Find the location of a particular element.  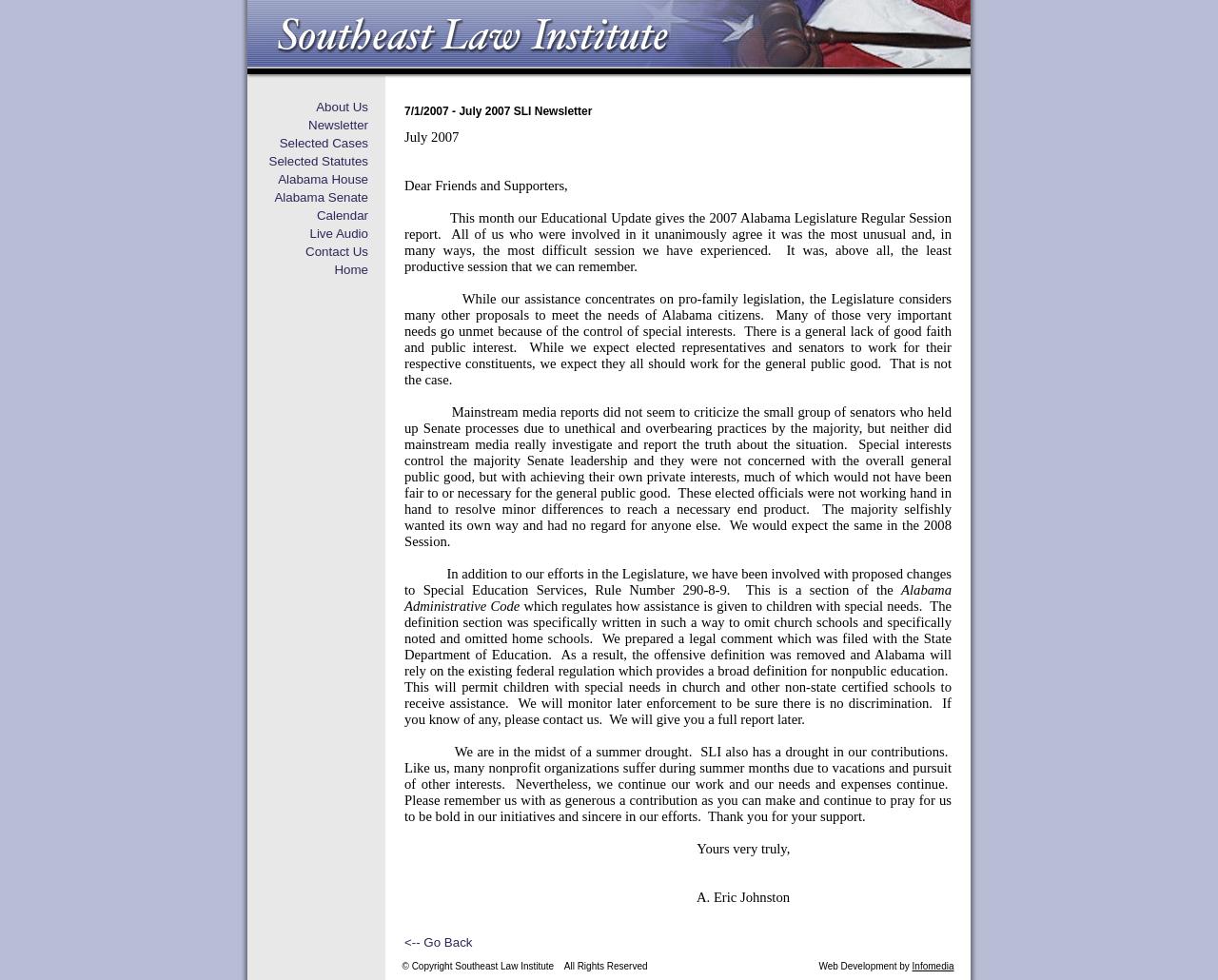

'This is a section of the' is located at coordinates (823, 588).